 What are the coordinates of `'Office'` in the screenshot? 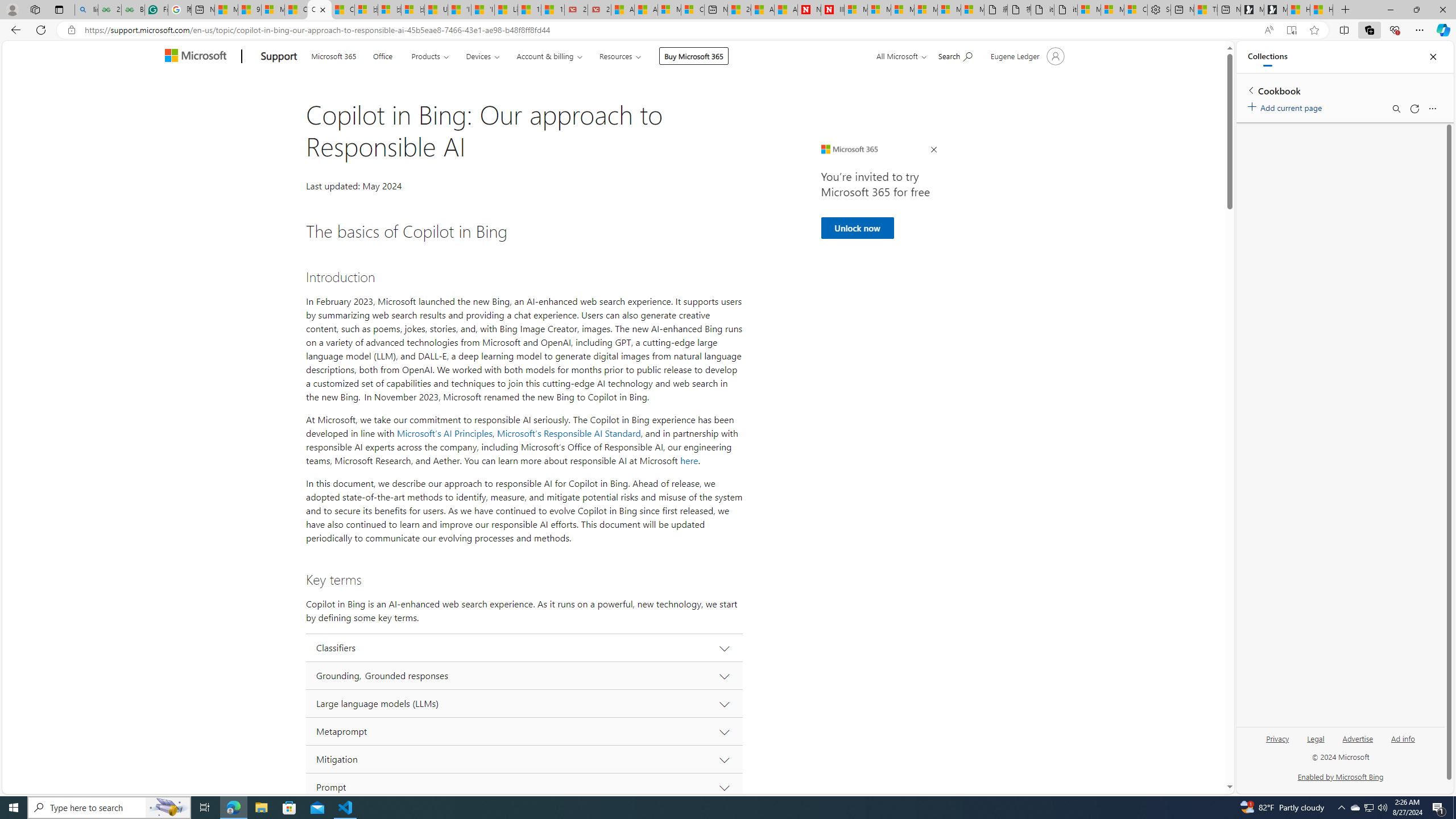 It's located at (382, 55).